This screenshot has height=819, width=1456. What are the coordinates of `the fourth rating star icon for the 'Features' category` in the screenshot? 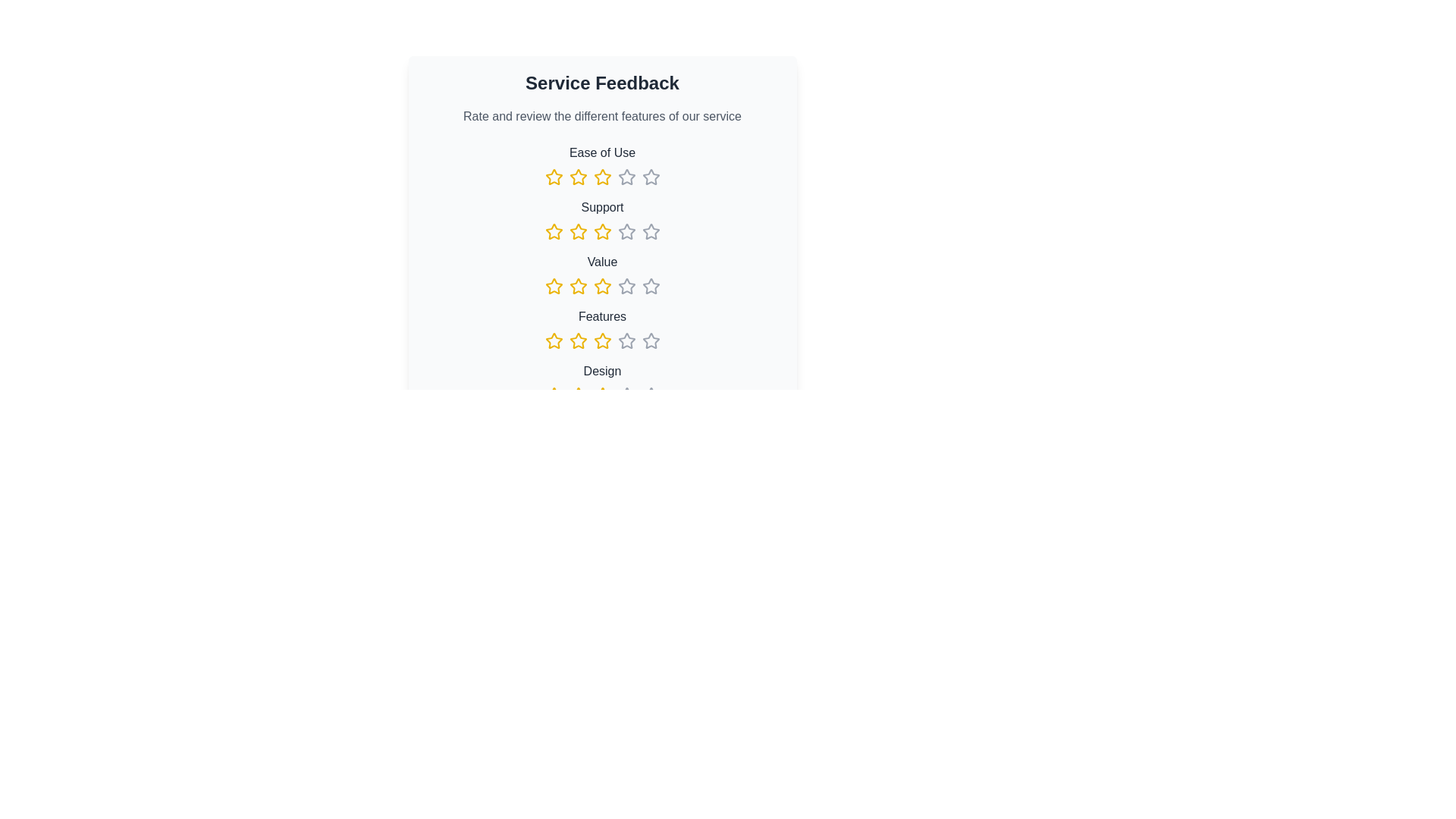 It's located at (626, 340).